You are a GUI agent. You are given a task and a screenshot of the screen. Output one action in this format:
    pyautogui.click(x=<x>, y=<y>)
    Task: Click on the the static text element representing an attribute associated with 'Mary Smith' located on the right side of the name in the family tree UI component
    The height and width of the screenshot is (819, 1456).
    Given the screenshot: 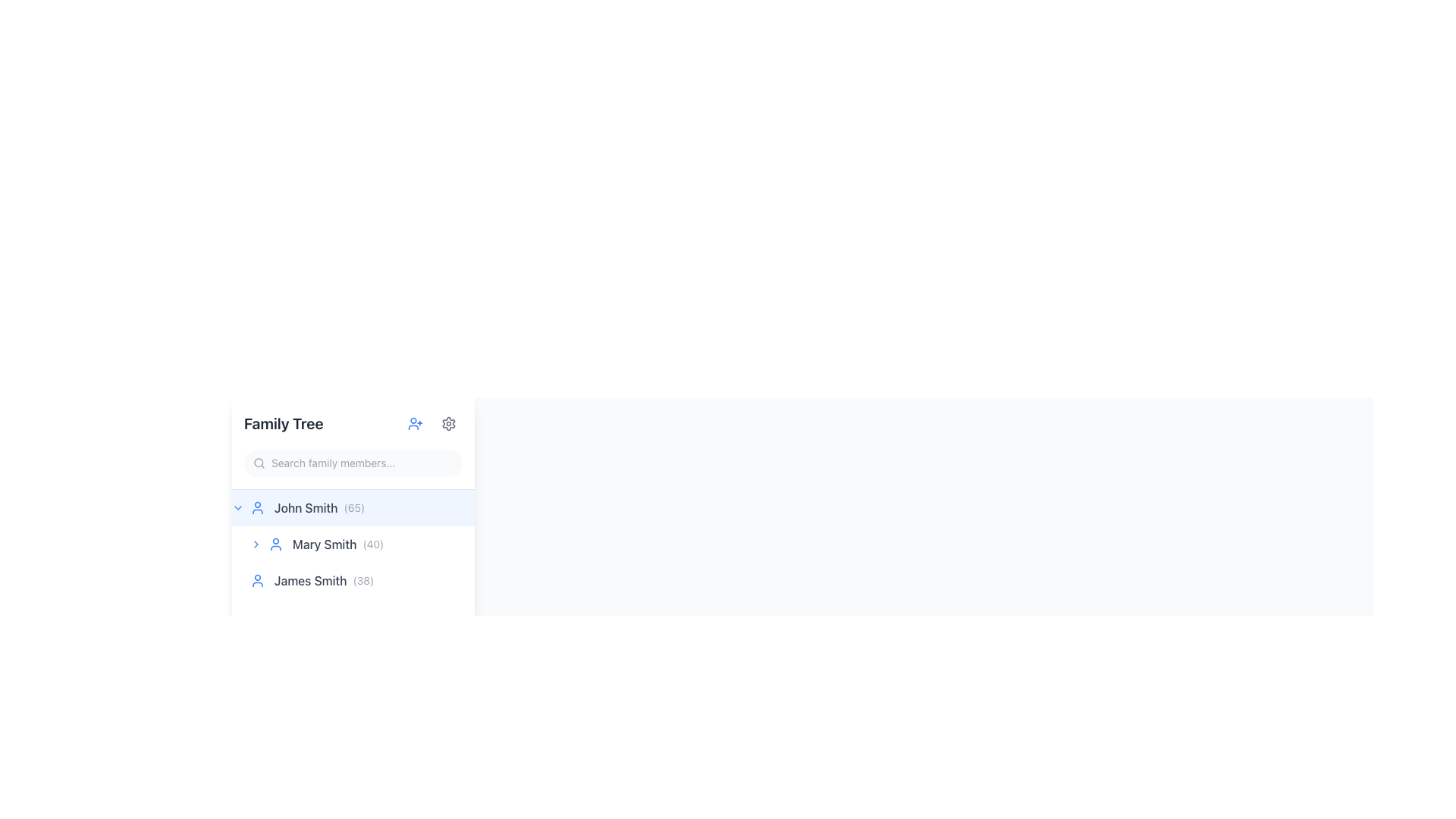 What is the action you would take?
    pyautogui.click(x=373, y=543)
    